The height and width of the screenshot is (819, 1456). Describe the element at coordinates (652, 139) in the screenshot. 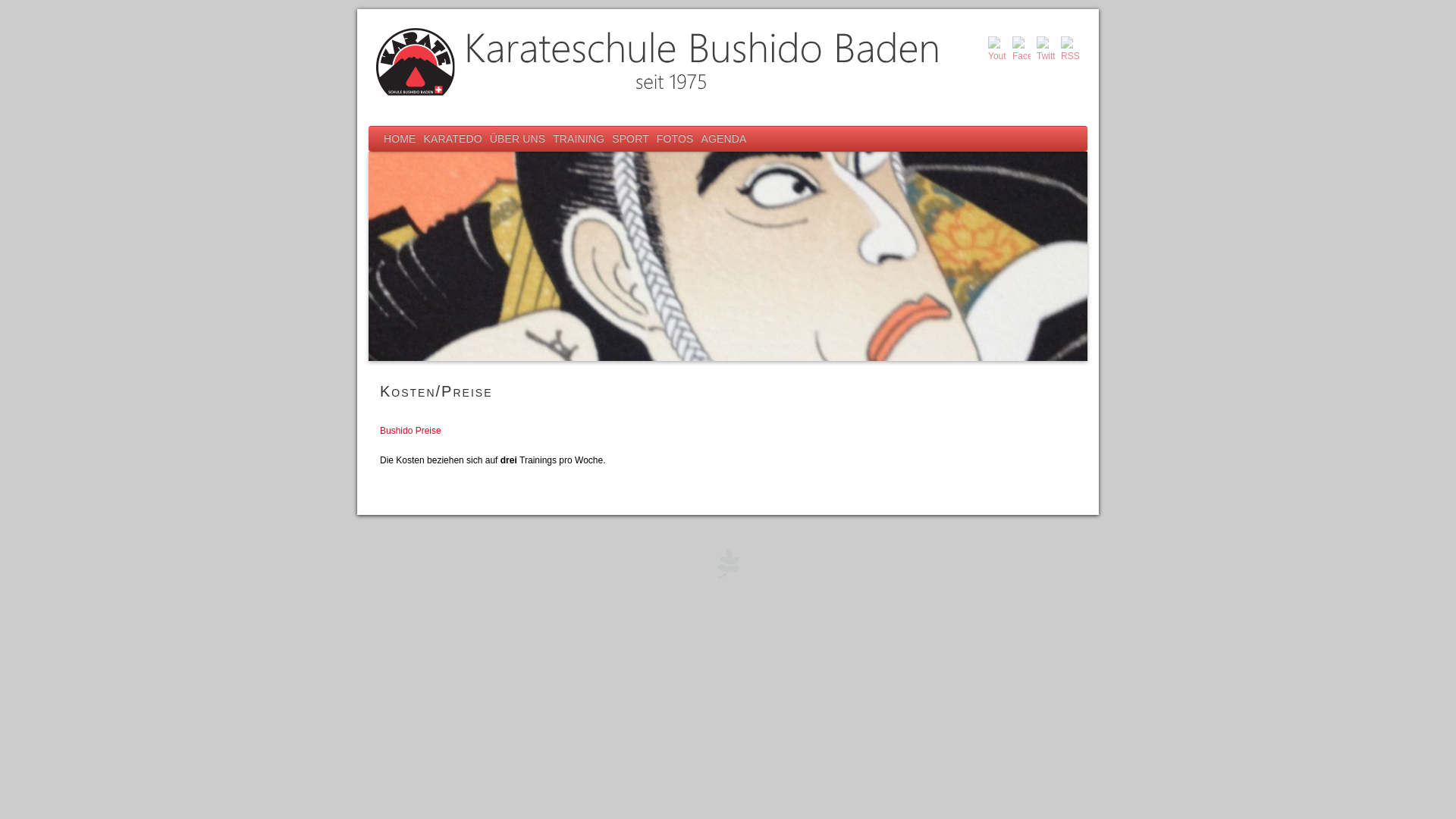

I see `'FOTOS'` at that location.